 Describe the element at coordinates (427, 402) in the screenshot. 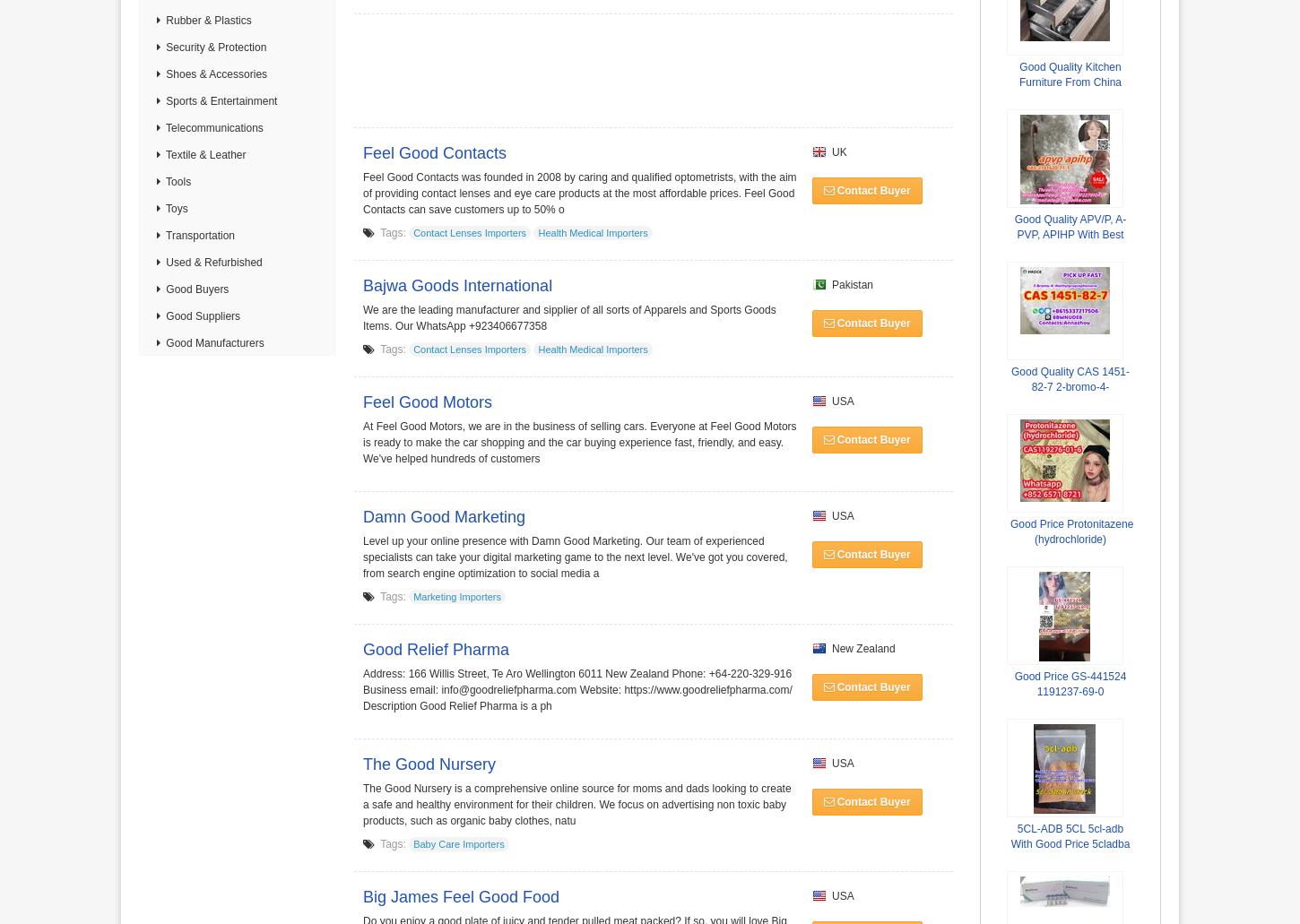

I see `'Feel Good Motors'` at that location.